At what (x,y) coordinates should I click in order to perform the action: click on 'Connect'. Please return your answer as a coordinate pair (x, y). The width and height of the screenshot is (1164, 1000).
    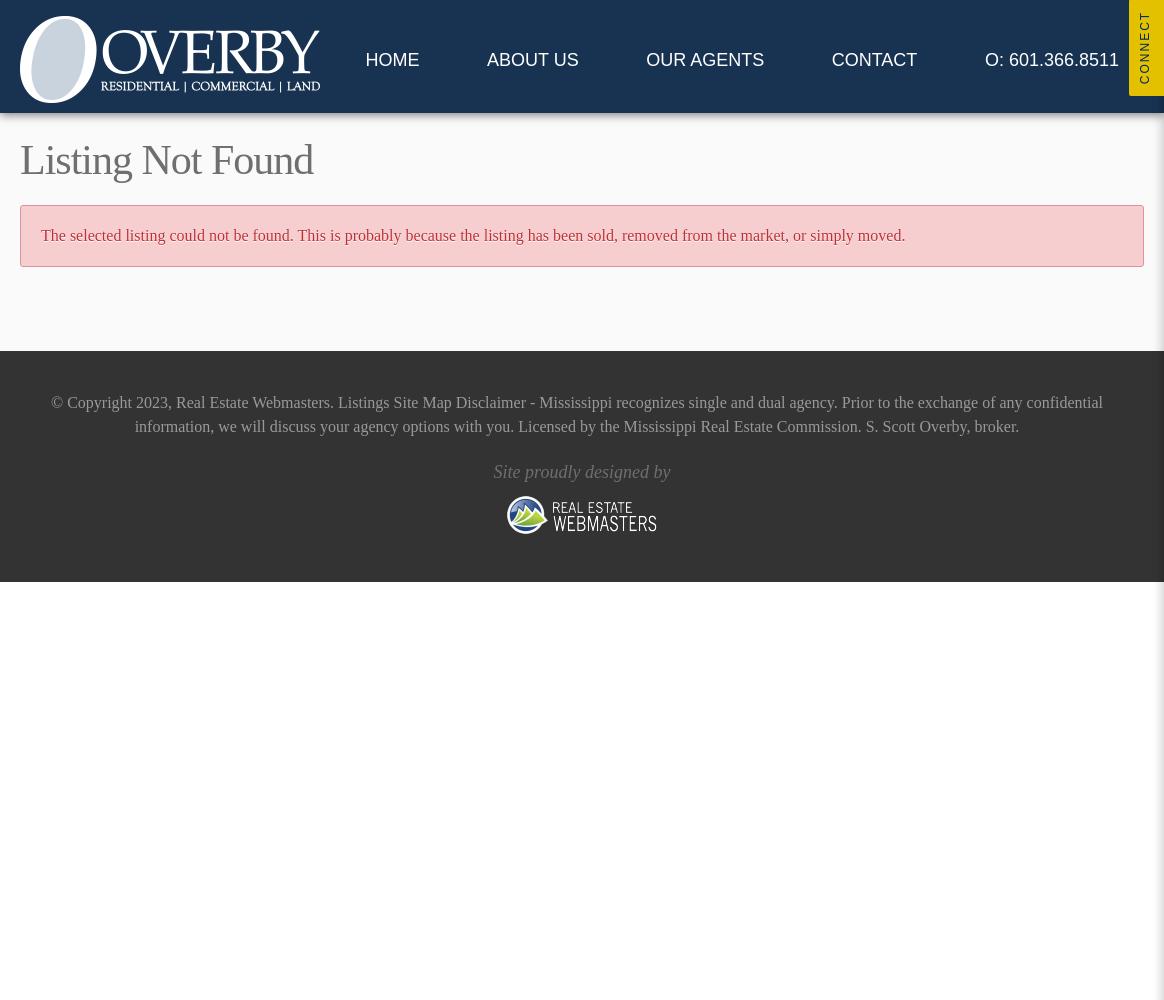
    Looking at the image, I should click on (1137, 47).